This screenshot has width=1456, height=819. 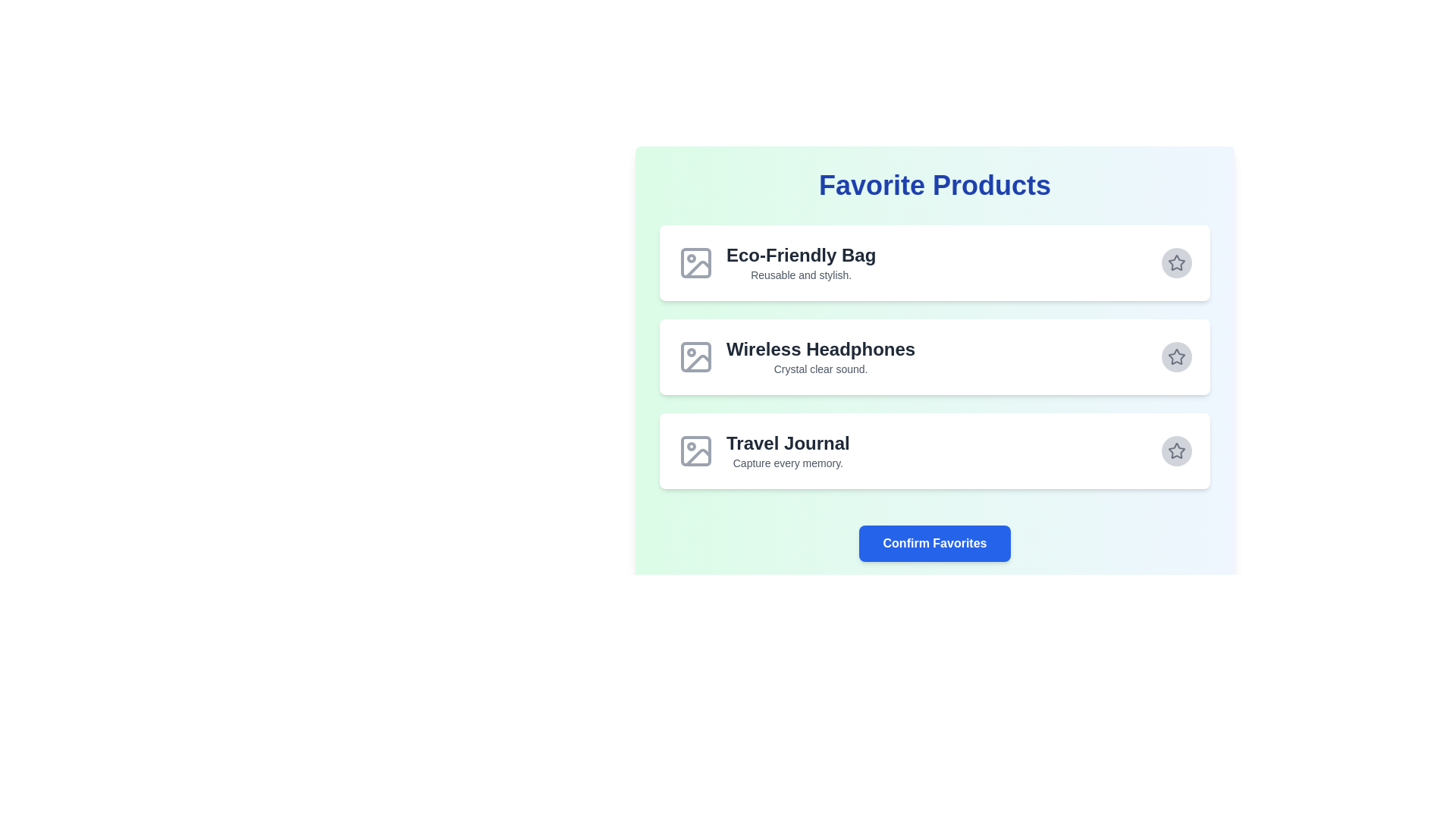 I want to click on star button for the product Eco-Friendly Bag to toggle its favorite status, so click(x=1175, y=262).